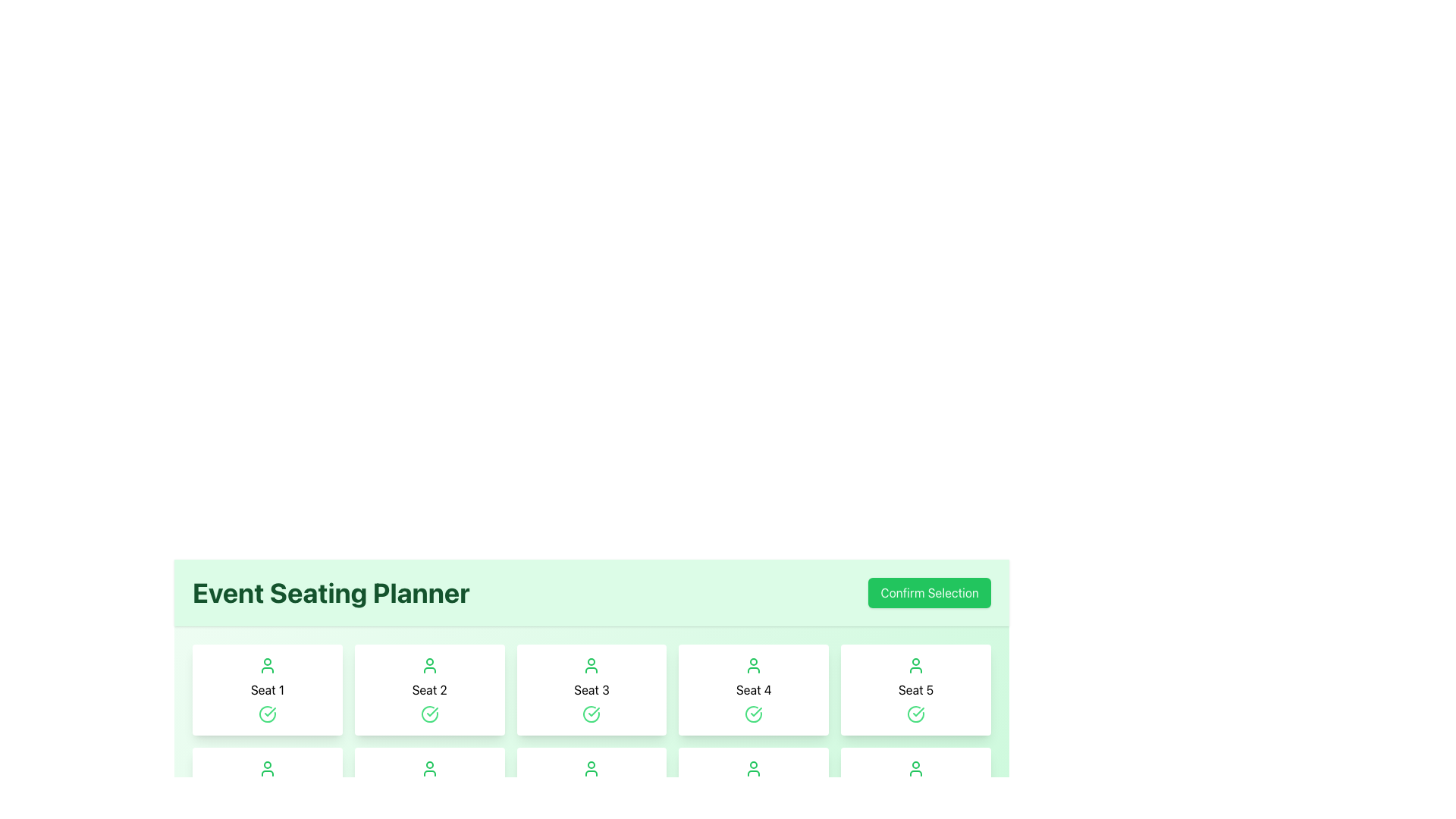  Describe the element at coordinates (754, 769) in the screenshot. I see `the green user silhouette icon located in the 'Seat 9' box, positioned in the second row and fifth column of the layout` at that location.